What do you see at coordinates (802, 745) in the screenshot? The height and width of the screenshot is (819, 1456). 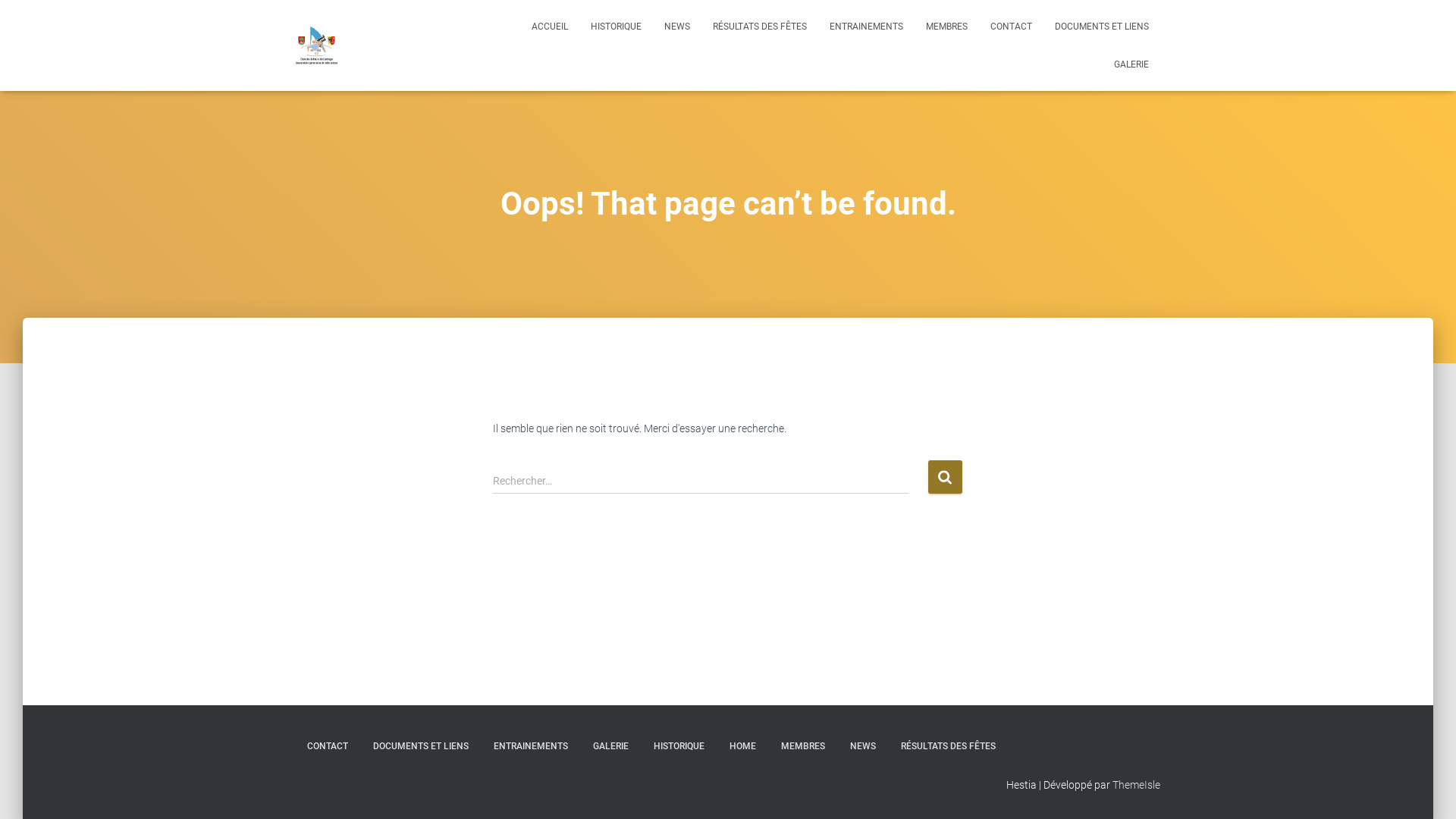 I see `'MEMBRES'` at bounding box center [802, 745].